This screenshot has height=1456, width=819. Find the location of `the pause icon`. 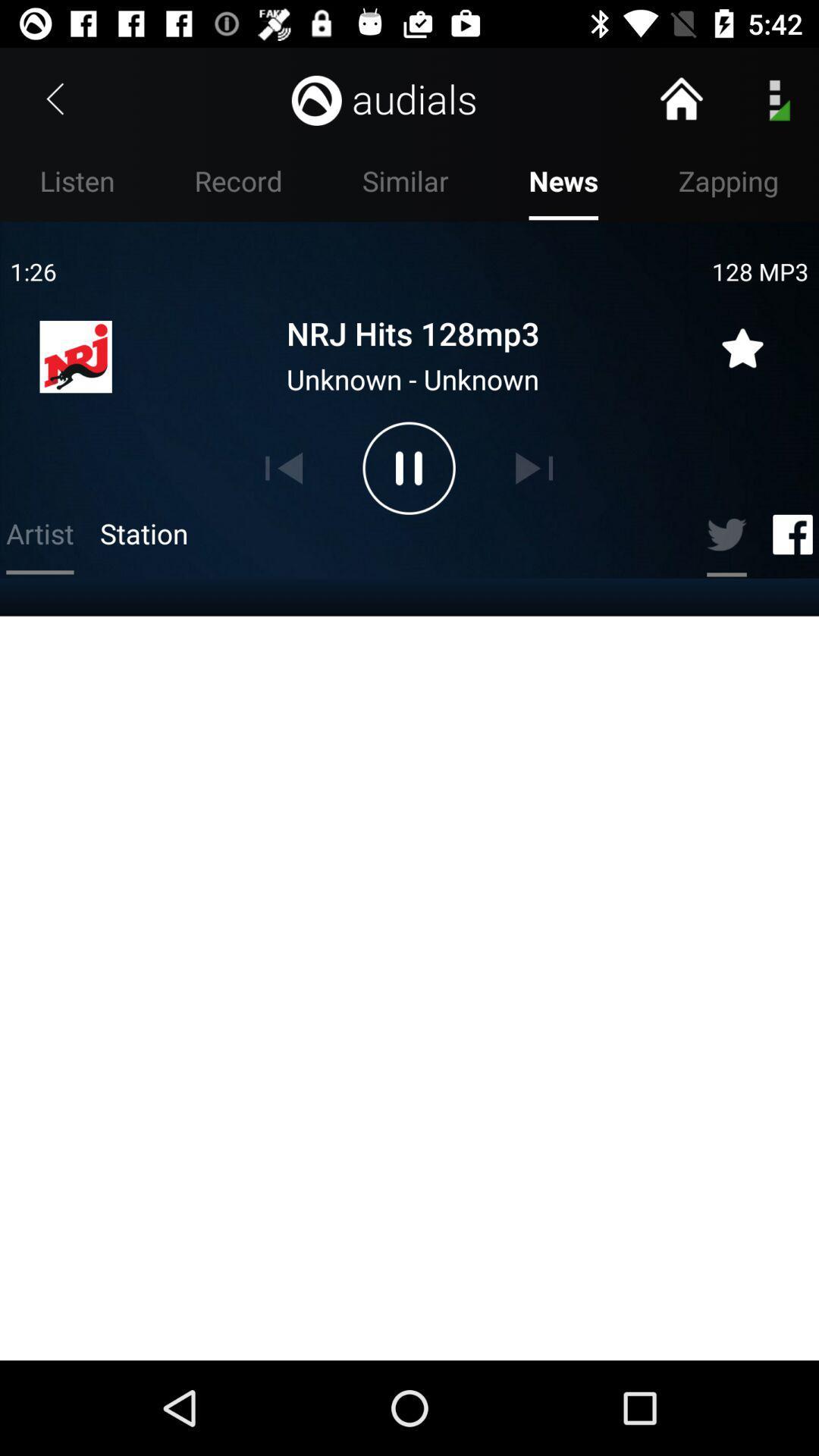

the pause icon is located at coordinates (408, 467).